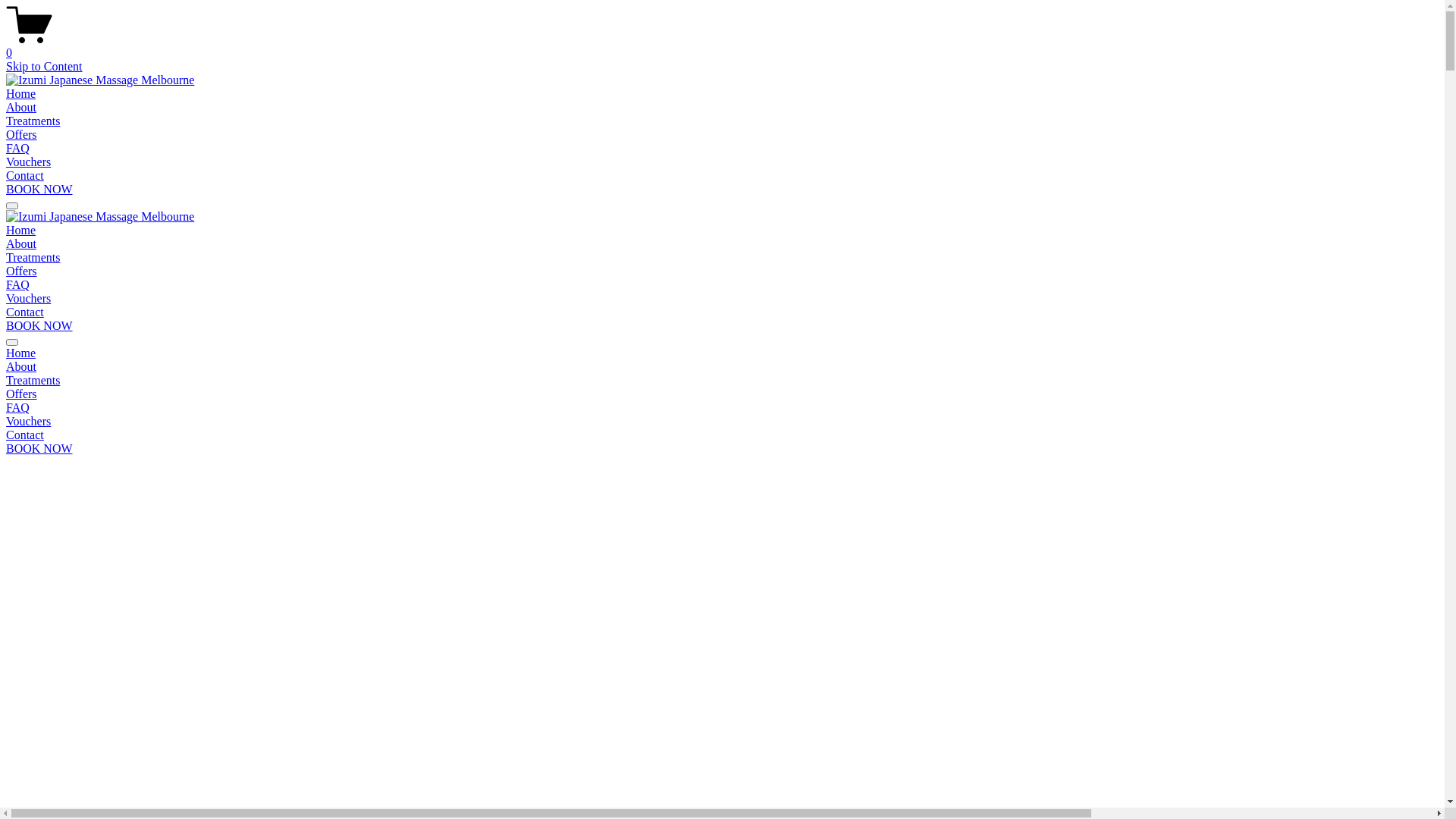  What do you see at coordinates (33, 120) in the screenshot?
I see `'Treatments'` at bounding box center [33, 120].